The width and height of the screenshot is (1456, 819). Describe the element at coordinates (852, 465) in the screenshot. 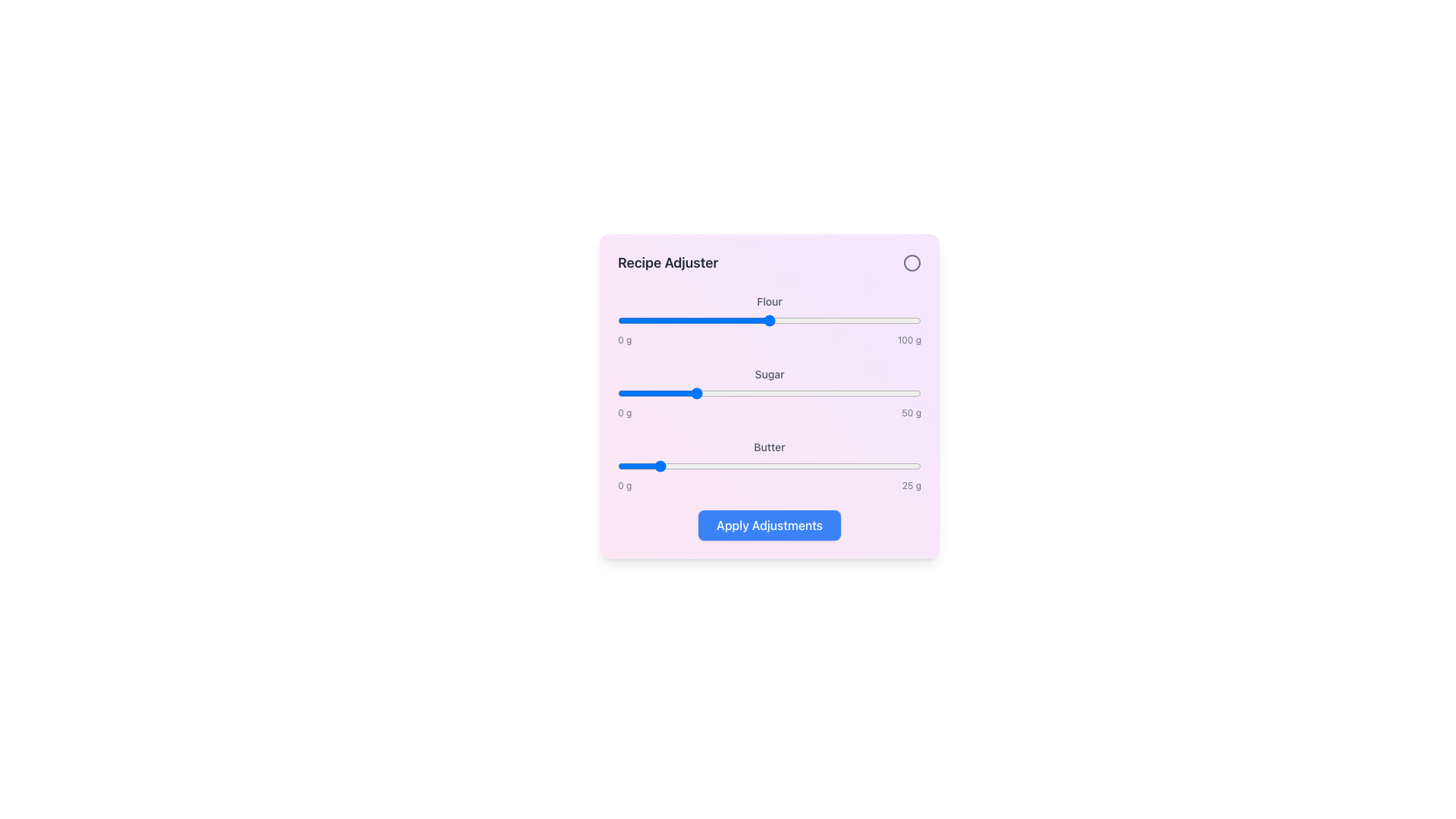

I see `Butter amount` at that location.